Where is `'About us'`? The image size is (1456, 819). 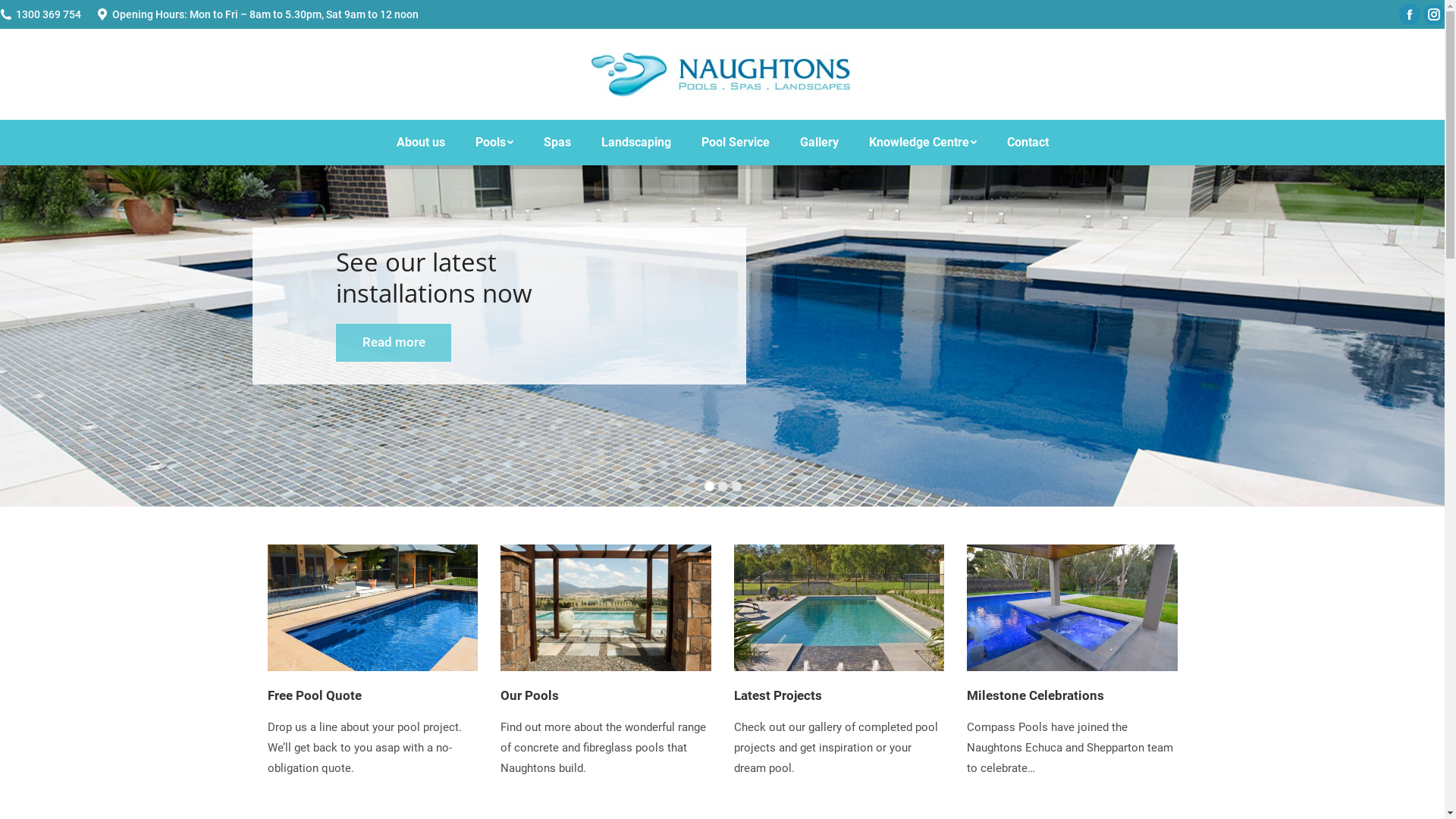 'About us' is located at coordinates (419, 143).